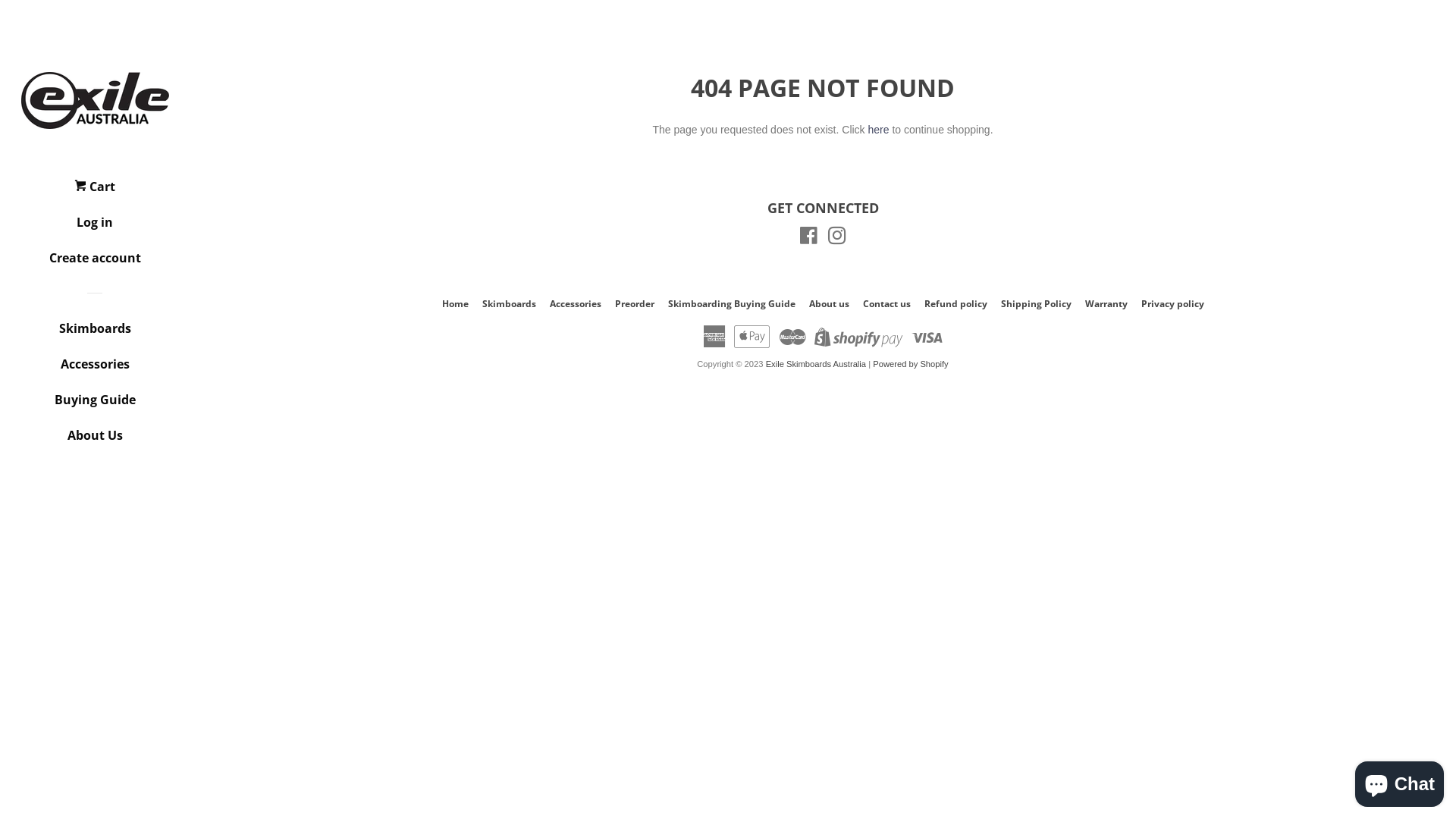 Image resolution: width=1456 pixels, height=819 pixels. What do you see at coordinates (1405, 100) in the screenshot?
I see `'Close'` at bounding box center [1405, 100].